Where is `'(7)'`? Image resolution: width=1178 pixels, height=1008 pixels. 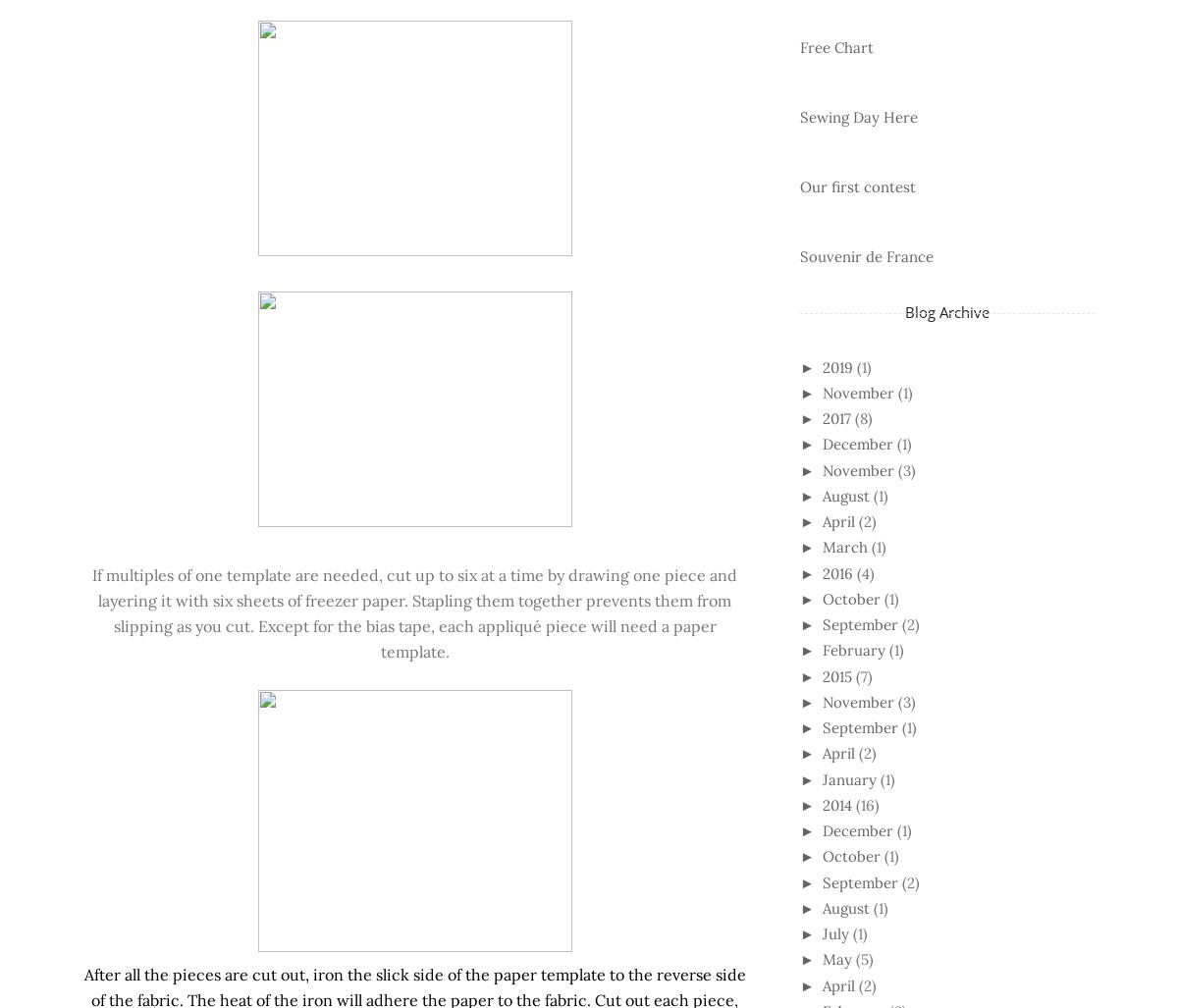
'(7)' is located at coordinates (862, 675).